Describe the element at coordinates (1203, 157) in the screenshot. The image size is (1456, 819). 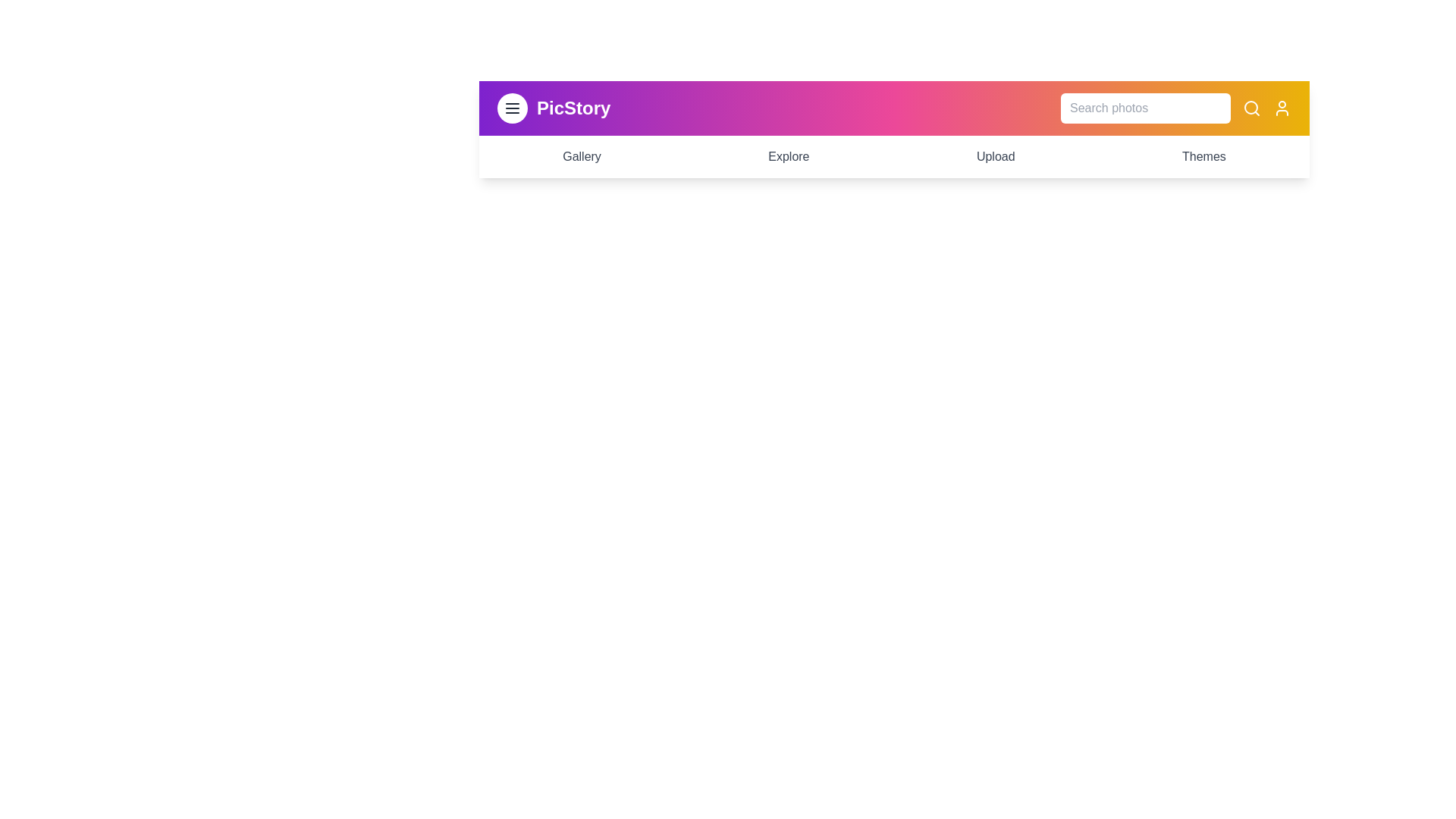
I see `the 'Themes' menu item to navigate to the 'Themes' section` at that location.